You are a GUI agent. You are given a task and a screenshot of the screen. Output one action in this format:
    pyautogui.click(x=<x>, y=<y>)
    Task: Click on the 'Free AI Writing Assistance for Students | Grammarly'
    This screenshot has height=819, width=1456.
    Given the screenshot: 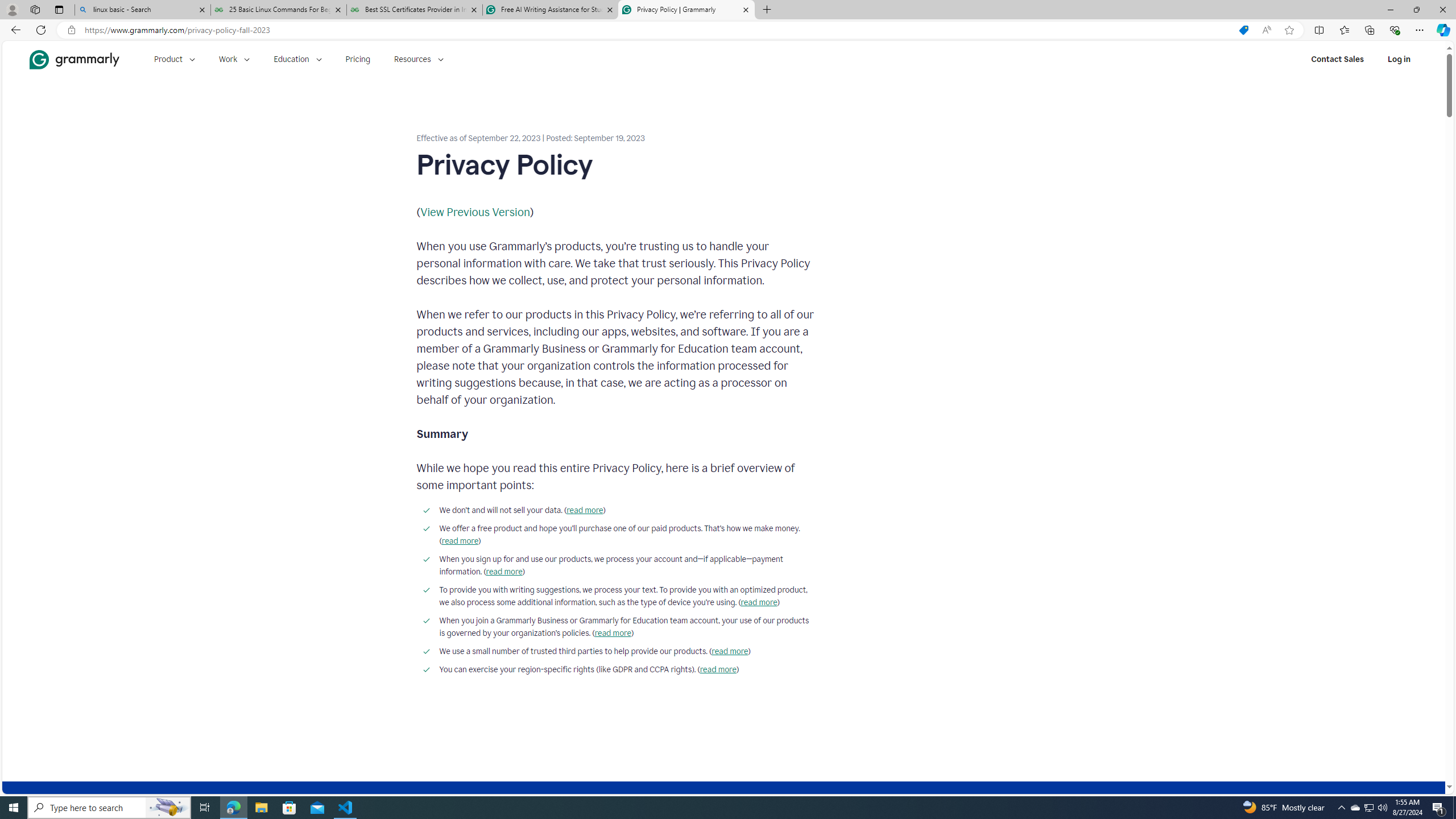 What is the action you would take?
    pyautogui.click(x=549, y=9)
    